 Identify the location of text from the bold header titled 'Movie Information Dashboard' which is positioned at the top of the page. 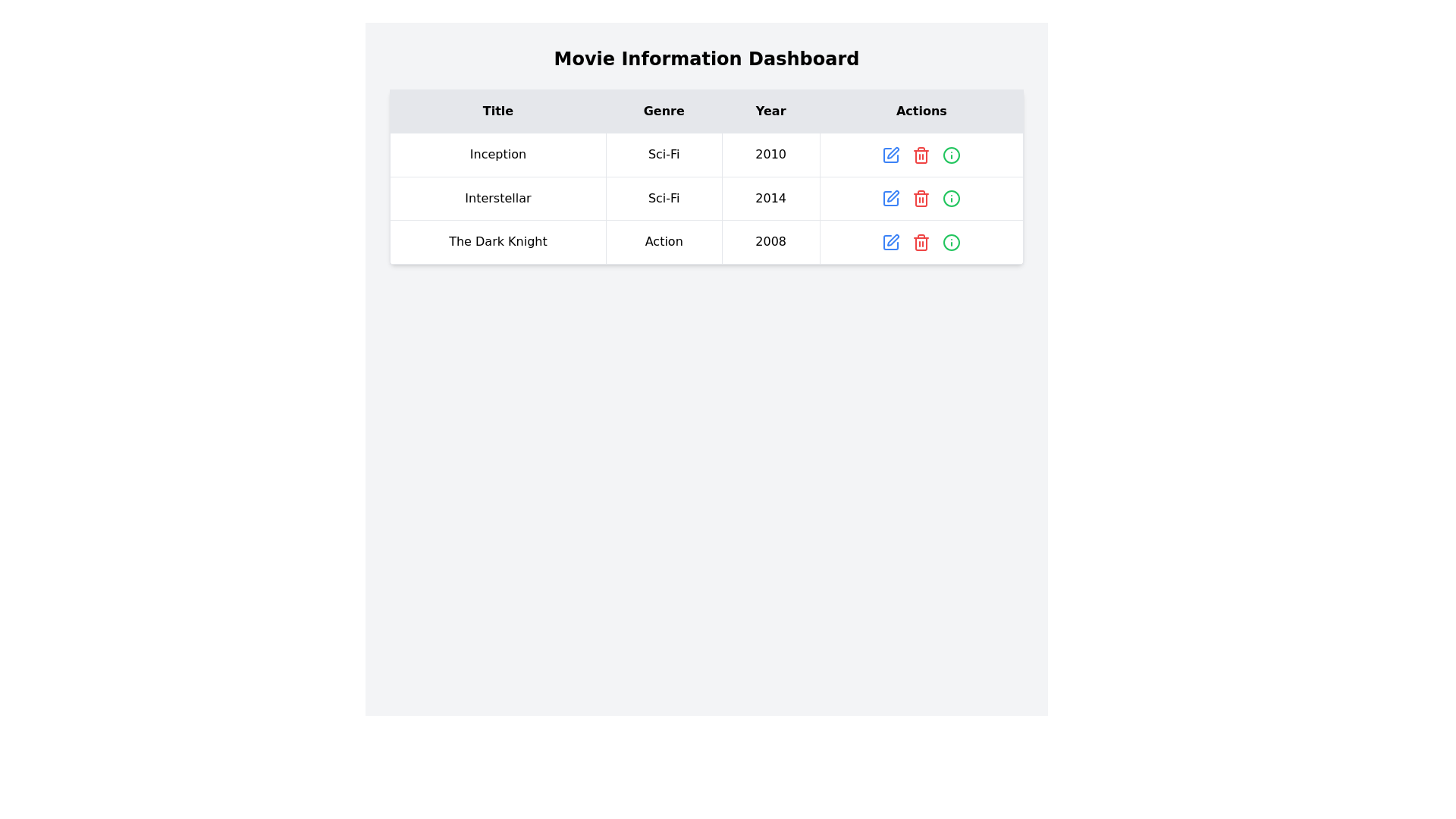
(705, 58).